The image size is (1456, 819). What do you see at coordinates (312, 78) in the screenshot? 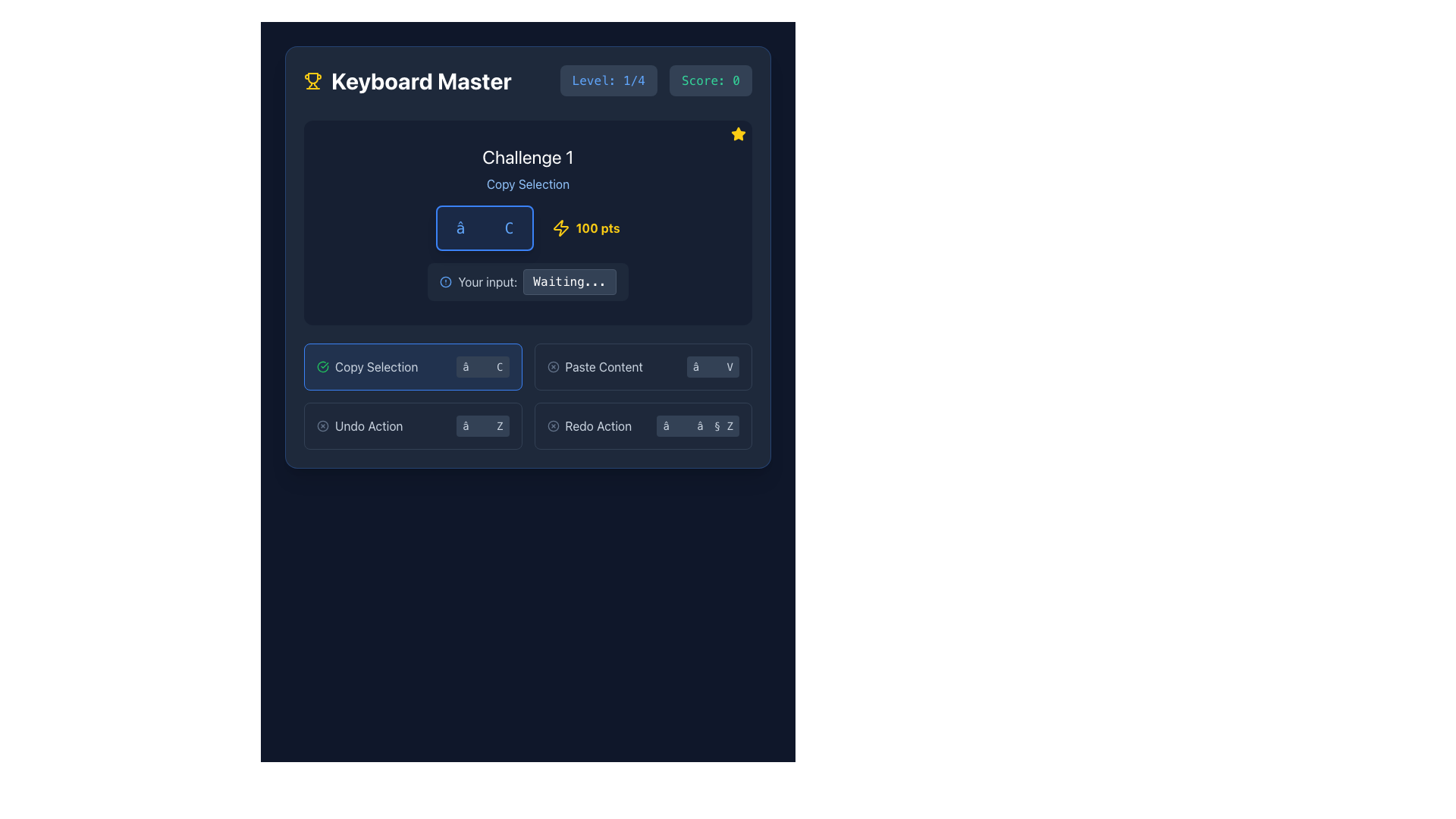
I see `the central part of the trophy icon represented by the SVG element that visually complements the title text 'Keyboard Master'` at bounding box center [312, 78].